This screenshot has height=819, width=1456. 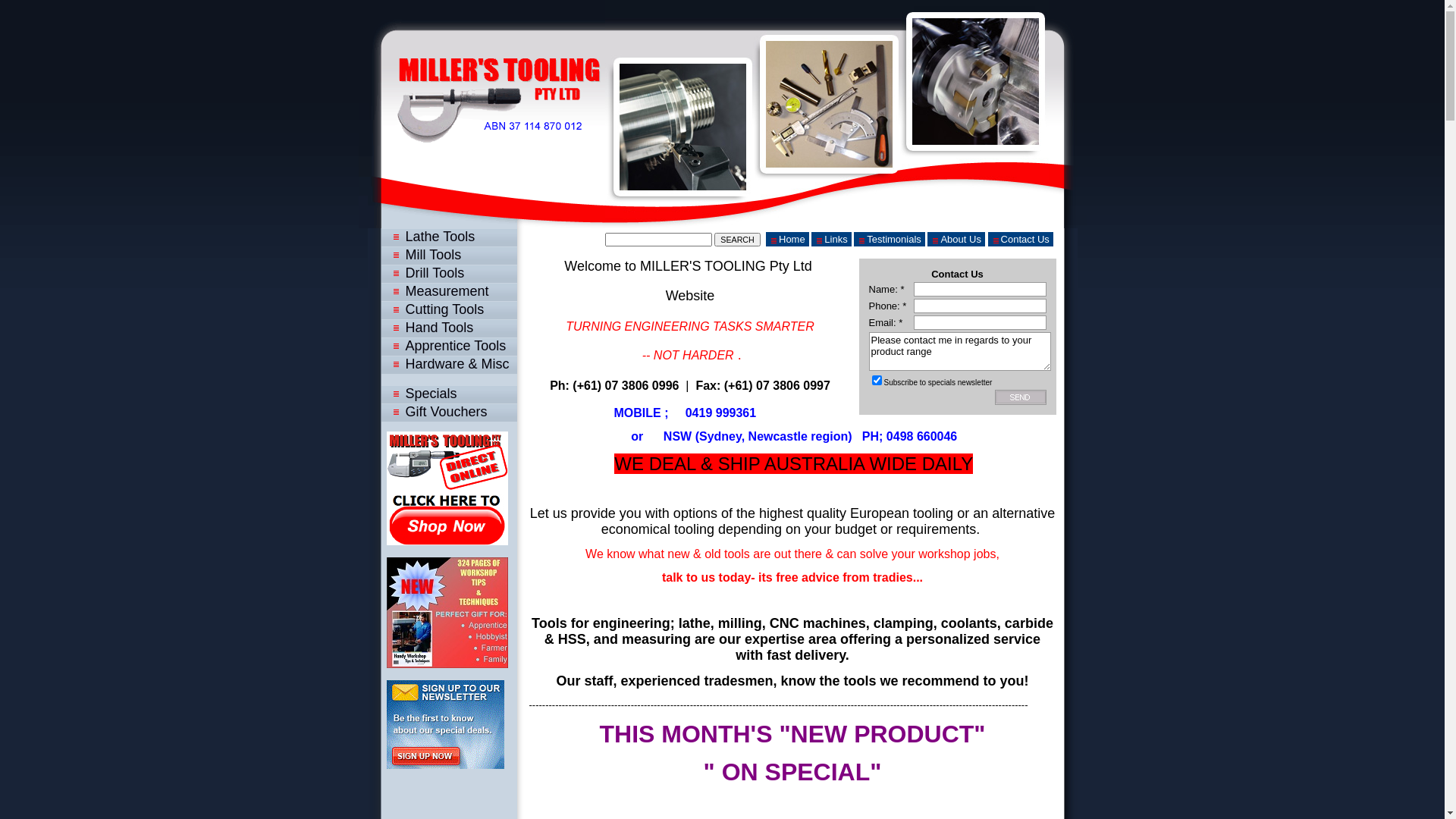 I want to click on 'About Us', so click(x=955, y=239).